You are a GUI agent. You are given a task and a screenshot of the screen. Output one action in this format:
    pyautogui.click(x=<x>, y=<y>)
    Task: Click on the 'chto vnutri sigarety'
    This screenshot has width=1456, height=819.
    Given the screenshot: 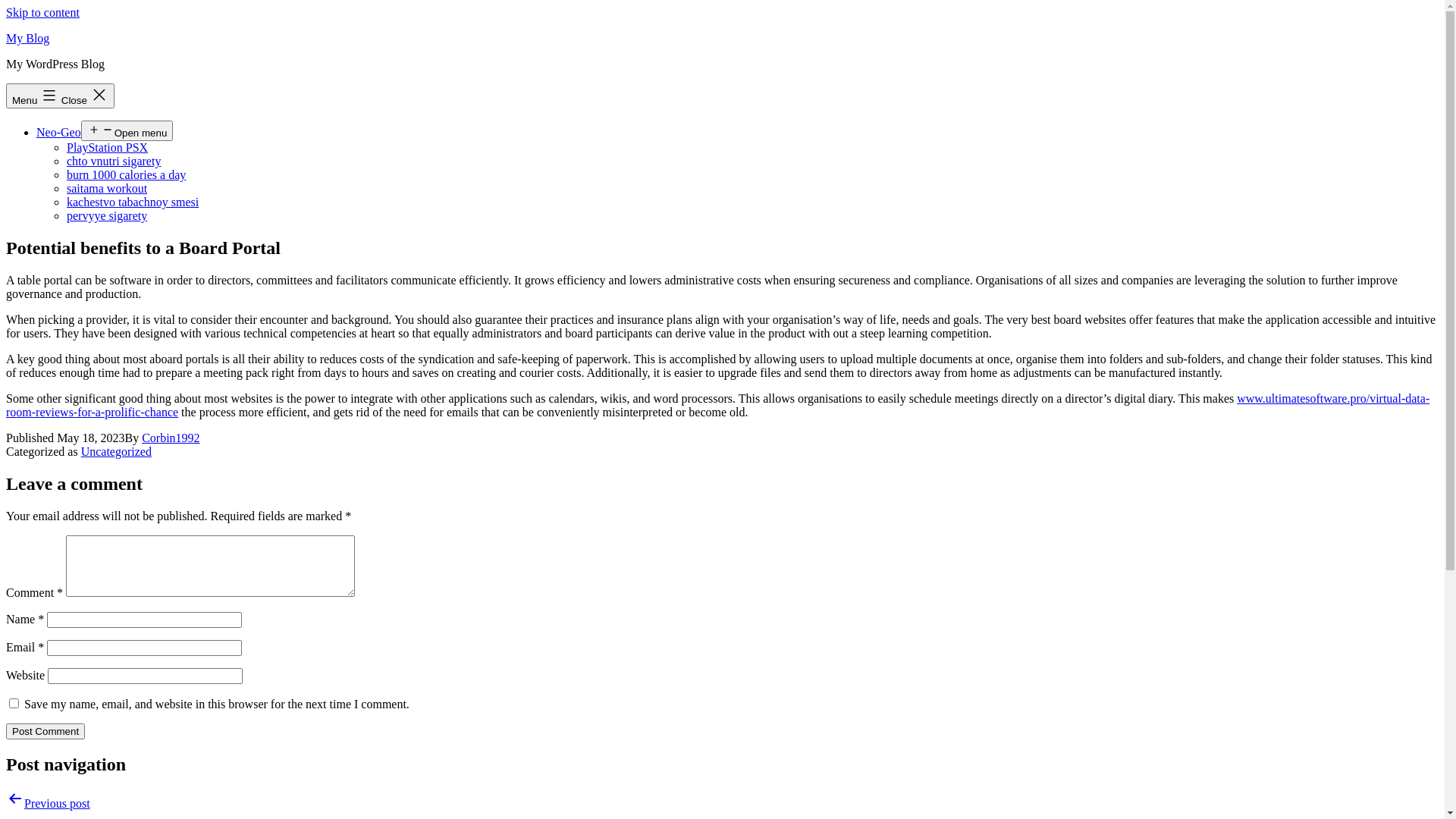 What is the action you would take?
    pyautogui.click(x=112, y=161)
    